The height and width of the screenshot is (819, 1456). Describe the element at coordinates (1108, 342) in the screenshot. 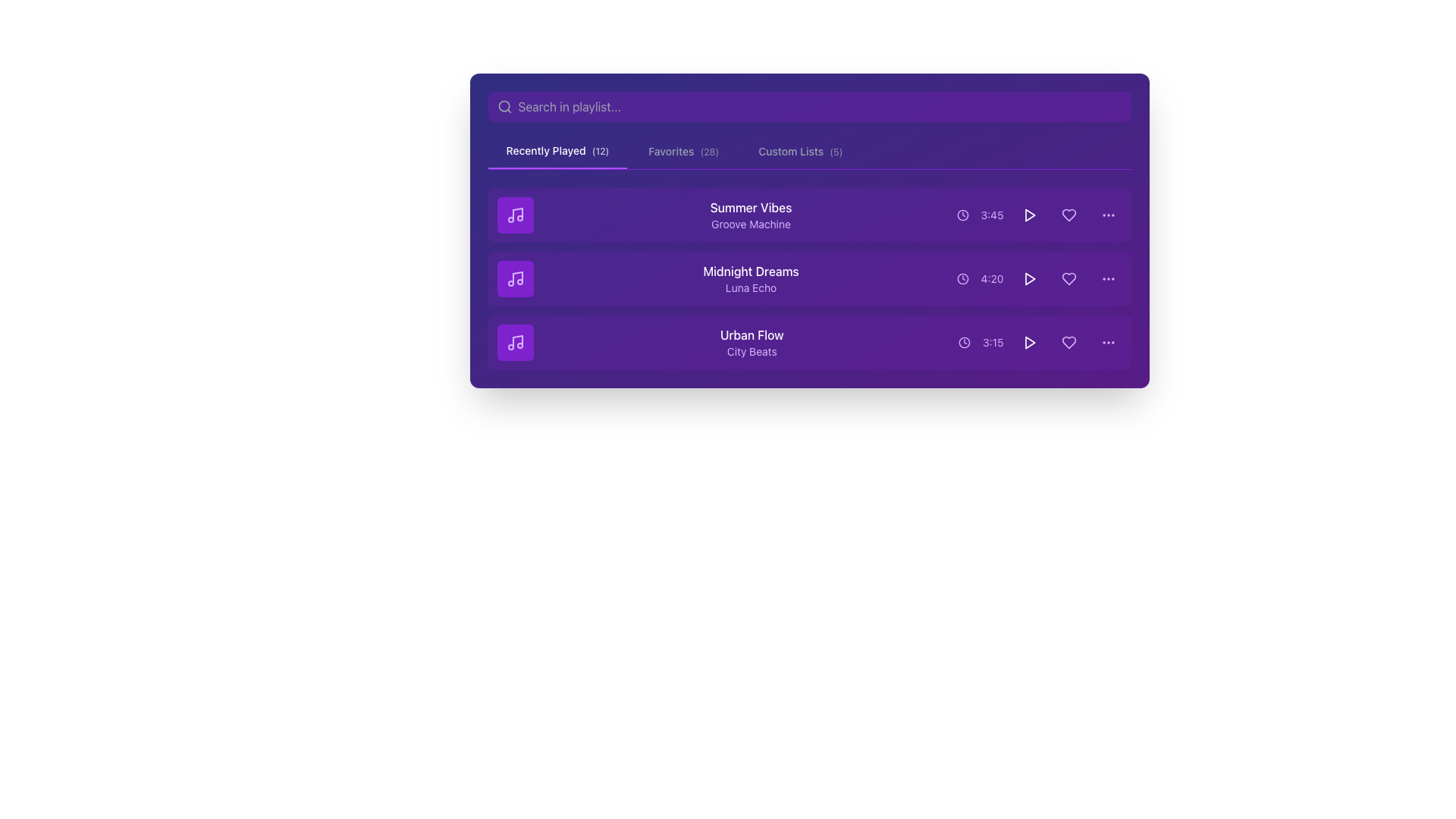

I see `the ellipsis menu icon, which is a small circular icon with three evenly spaced purple dots, located at the end of the last item in a vertical list of tracks` at that location.